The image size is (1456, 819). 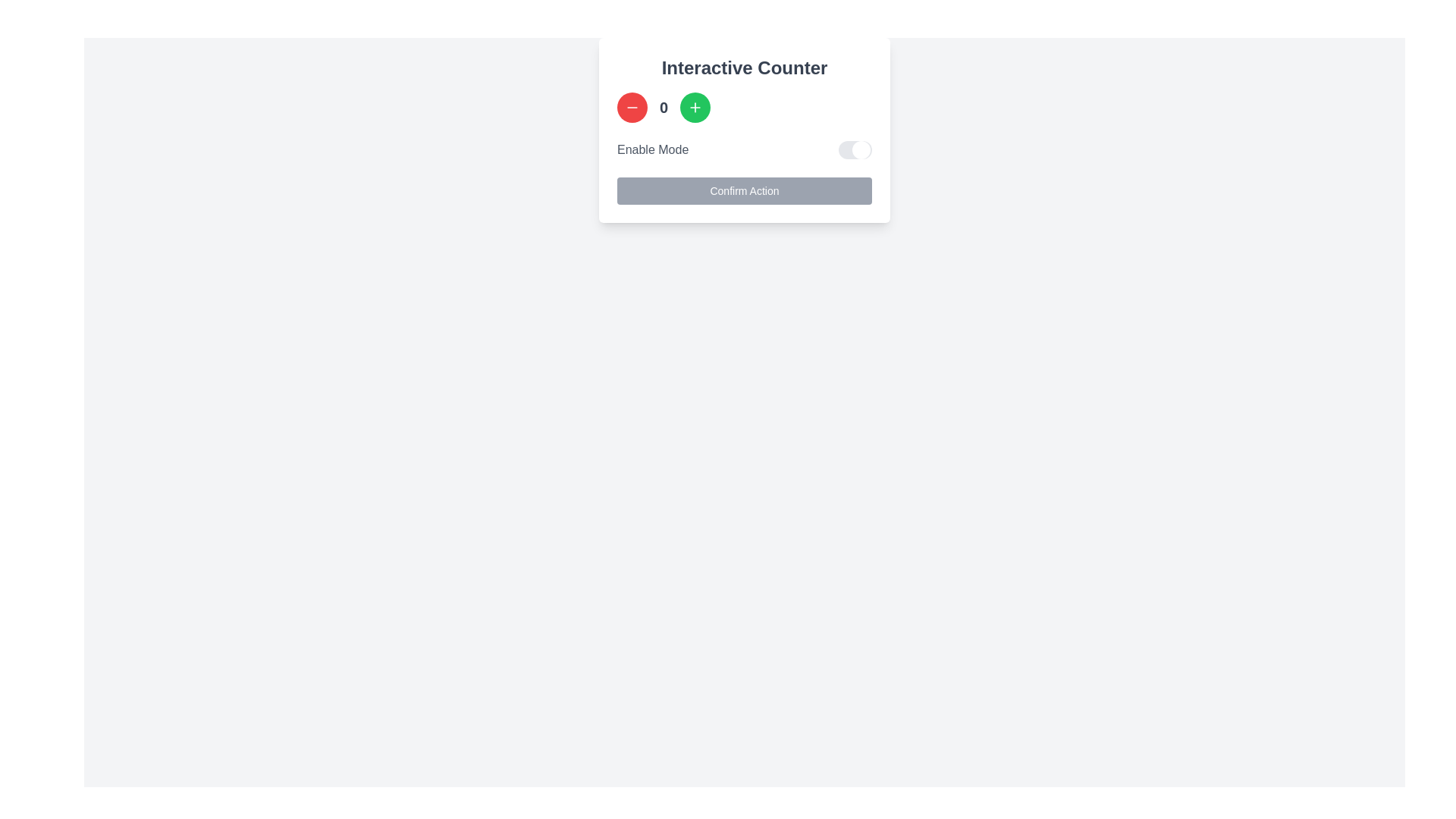 What do you see at coordinates (632, 107) in the screenshot?
I see `the decrement button located within the 'Interactive Counter' card` at bounding box center [632, 107].